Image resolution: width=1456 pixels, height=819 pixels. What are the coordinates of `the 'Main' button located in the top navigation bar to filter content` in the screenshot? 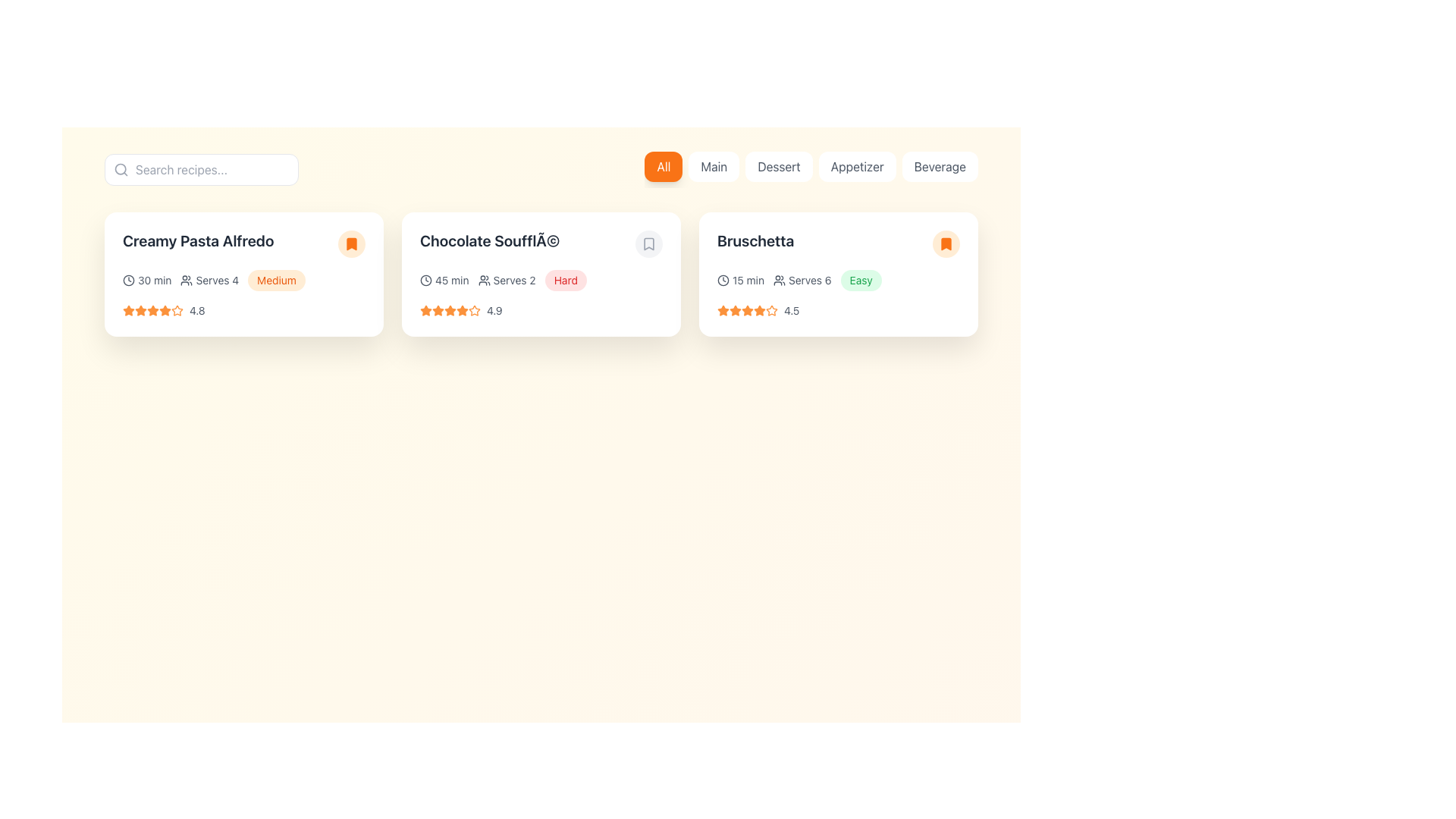 It's located at (713, 166).